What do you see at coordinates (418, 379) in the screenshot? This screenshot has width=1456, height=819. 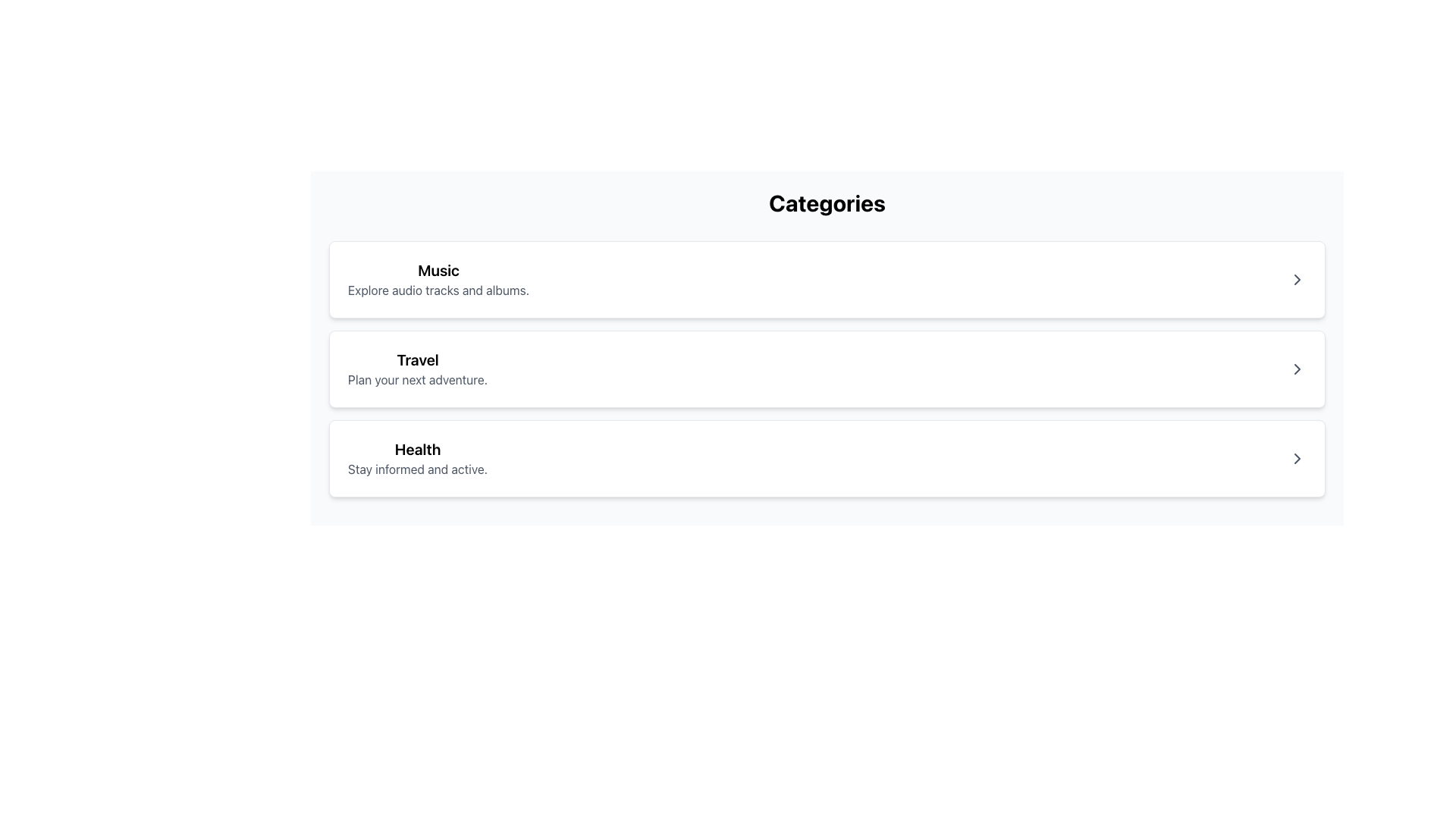 I see `the text label that contains 'Plan your next adventure.', which is styled in gray and positioned below the bold title 'Travel' in the card layout` at bounding box center [418, 379].